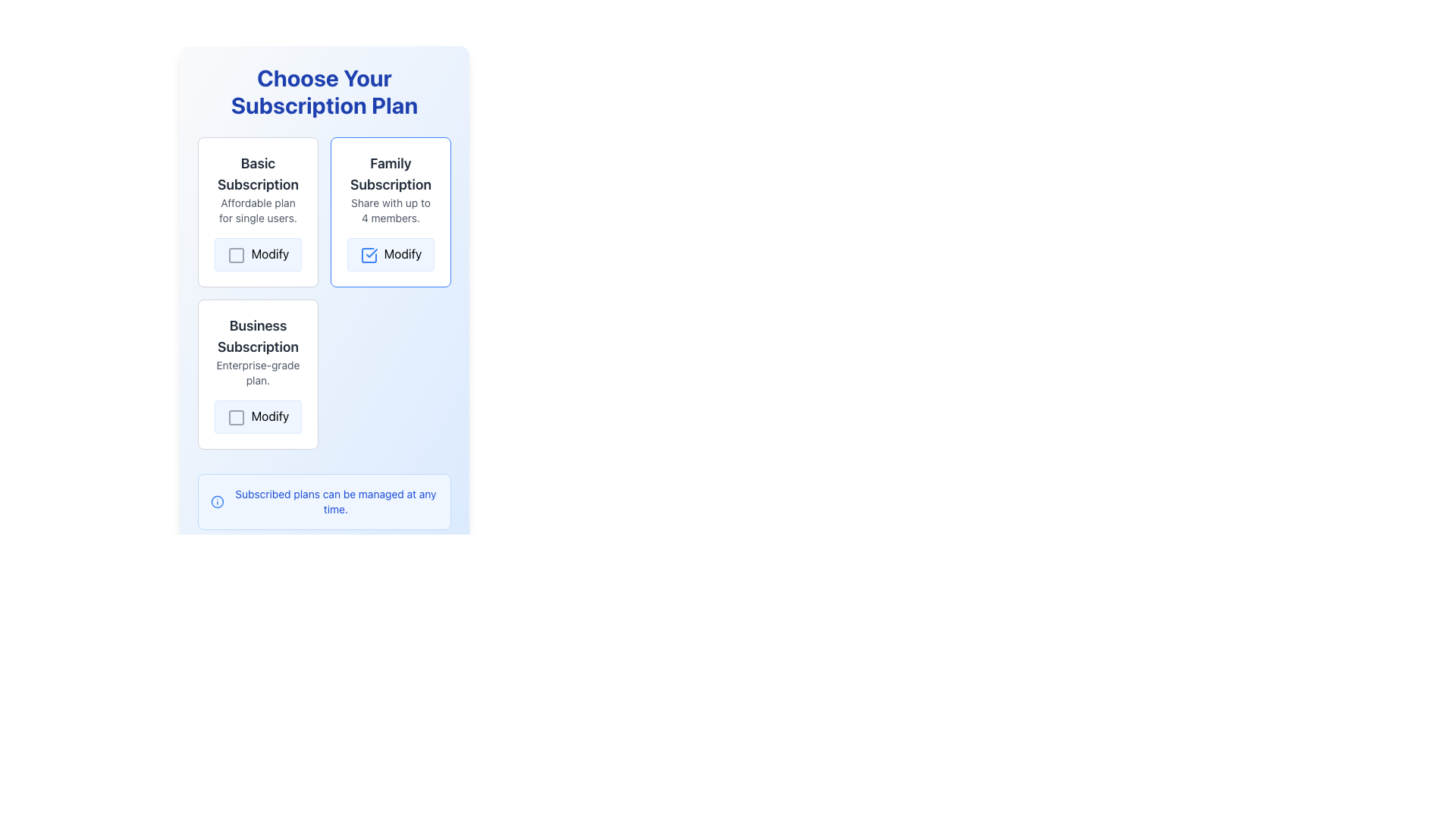 This screenshot has width=1456, height=819. What do you see at coordinates (258, 374) in the screenshot?
I see `the 'Modify' button on the 'Business Subscription' card located in the bottom-left of the subscription options grid` at bounding box center [258, 374].